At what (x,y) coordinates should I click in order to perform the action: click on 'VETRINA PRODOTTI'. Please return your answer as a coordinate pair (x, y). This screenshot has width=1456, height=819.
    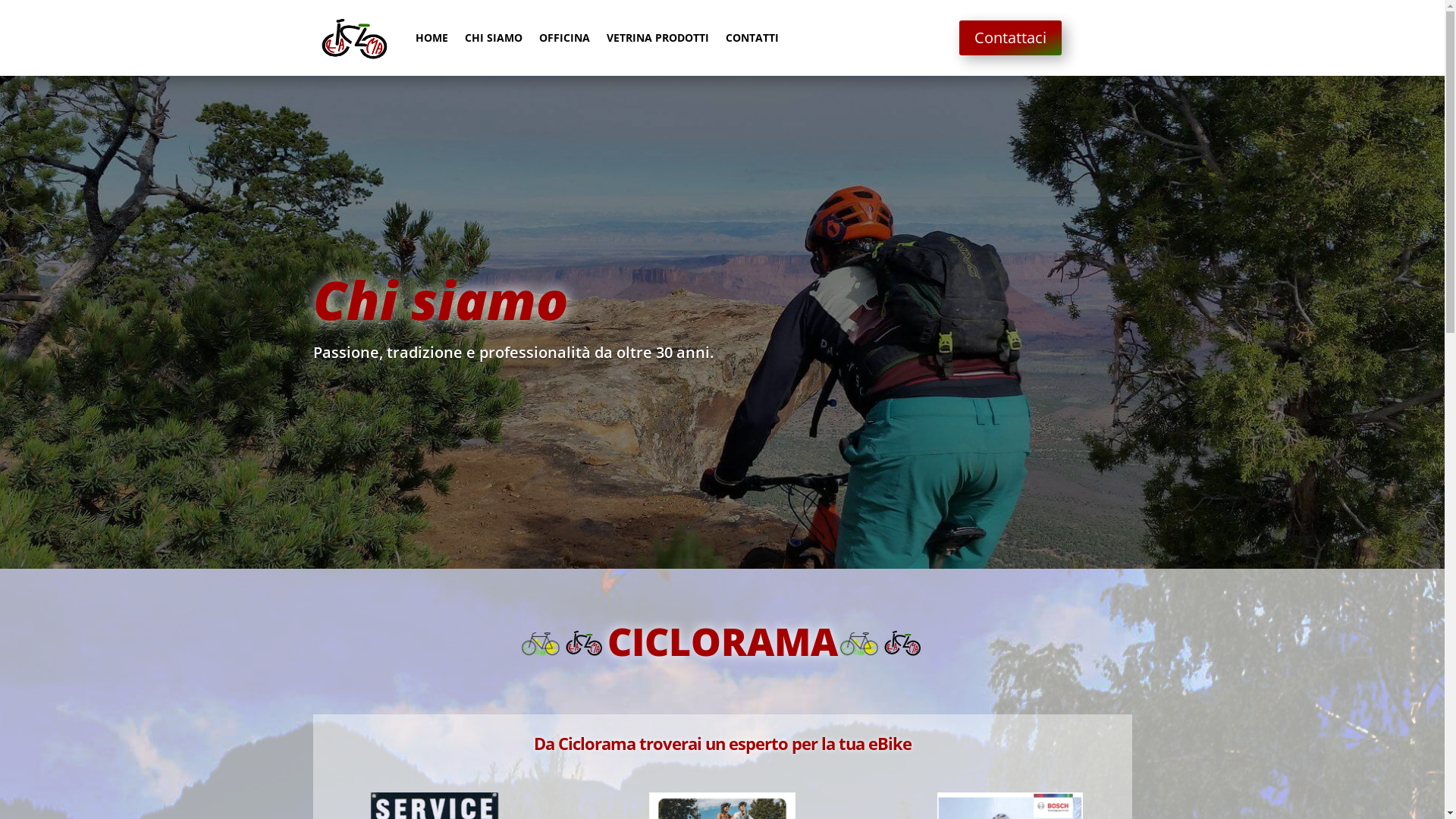
    Looking at the image, I should click on (657, 37).